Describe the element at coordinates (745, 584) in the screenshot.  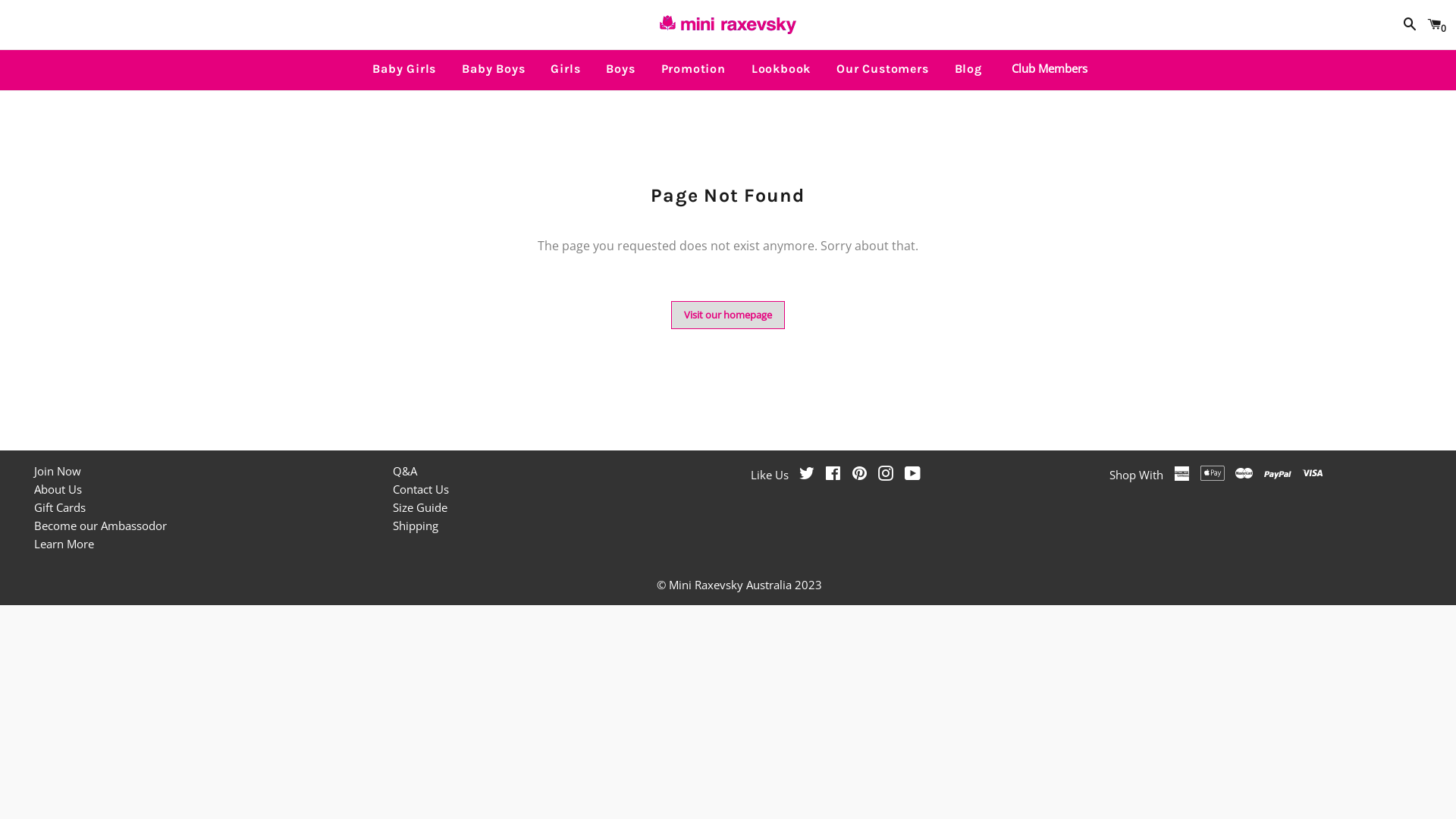
I see `'Mini Raxevsky Australia 2023'` at that location.